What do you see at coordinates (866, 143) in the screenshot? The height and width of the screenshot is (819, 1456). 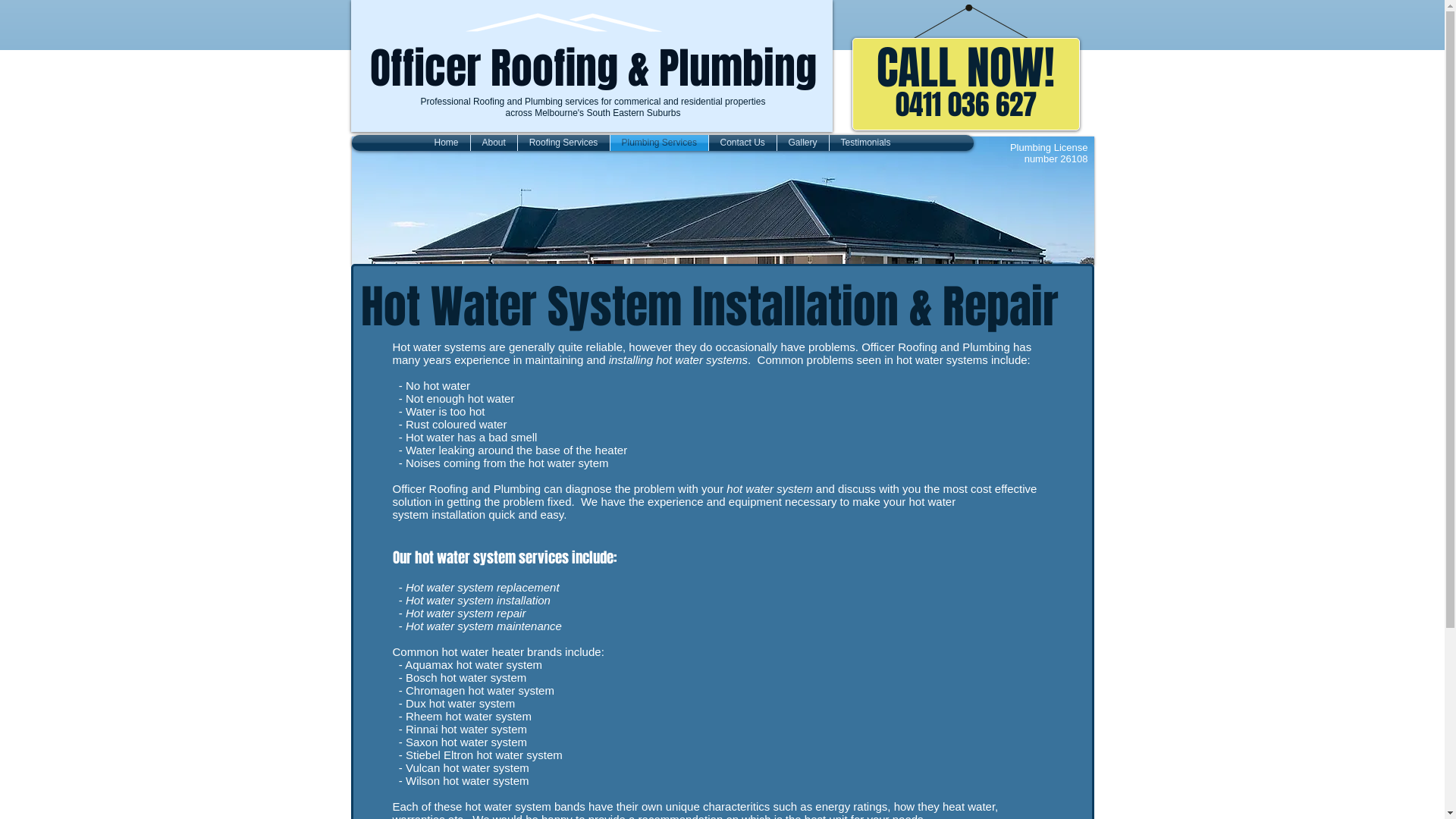 I see `'Testimonials'` at bounding box center [866, 143].